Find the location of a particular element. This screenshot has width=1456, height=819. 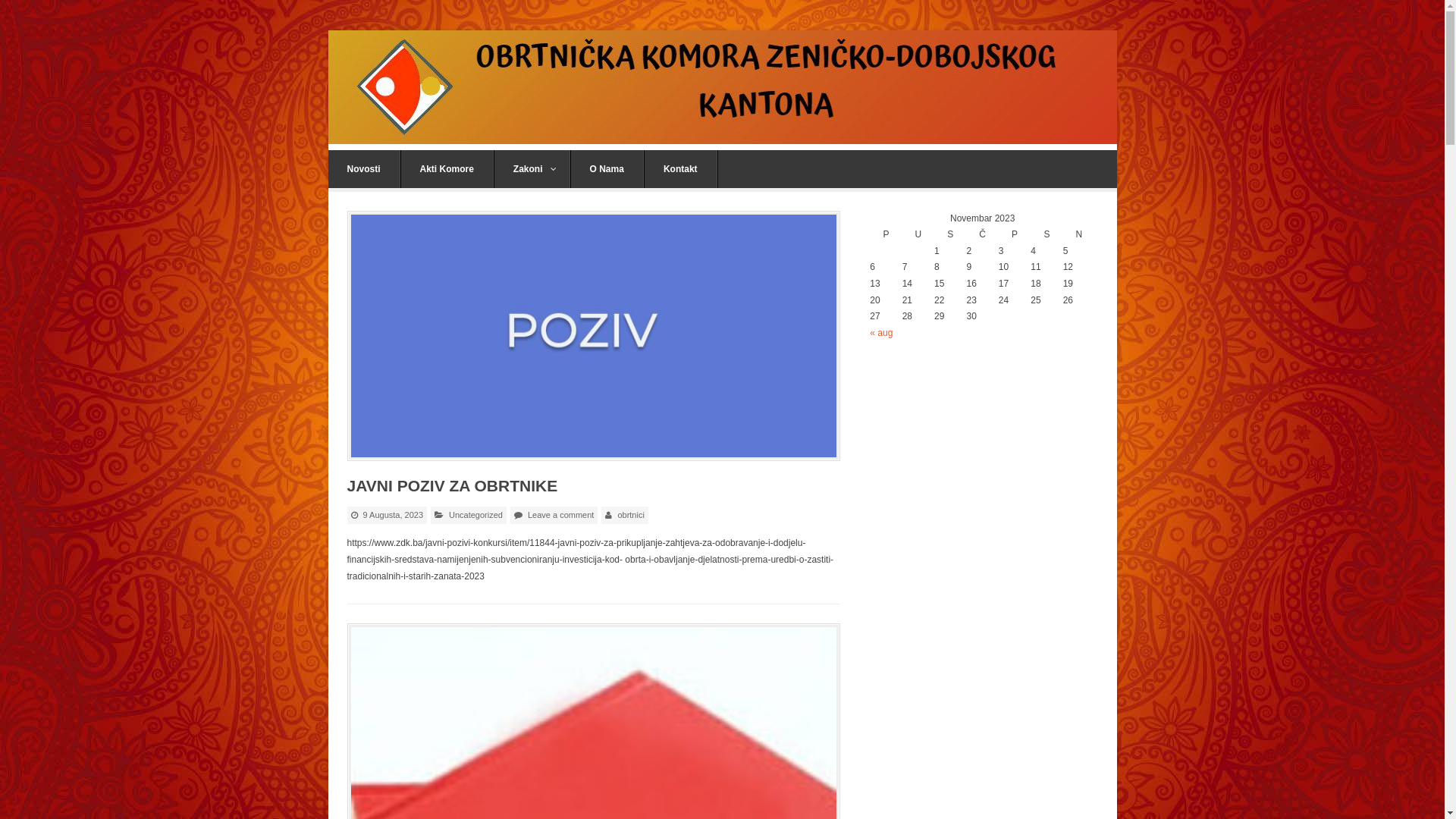

'Leave a comment' is located at coordinates (528, 513).